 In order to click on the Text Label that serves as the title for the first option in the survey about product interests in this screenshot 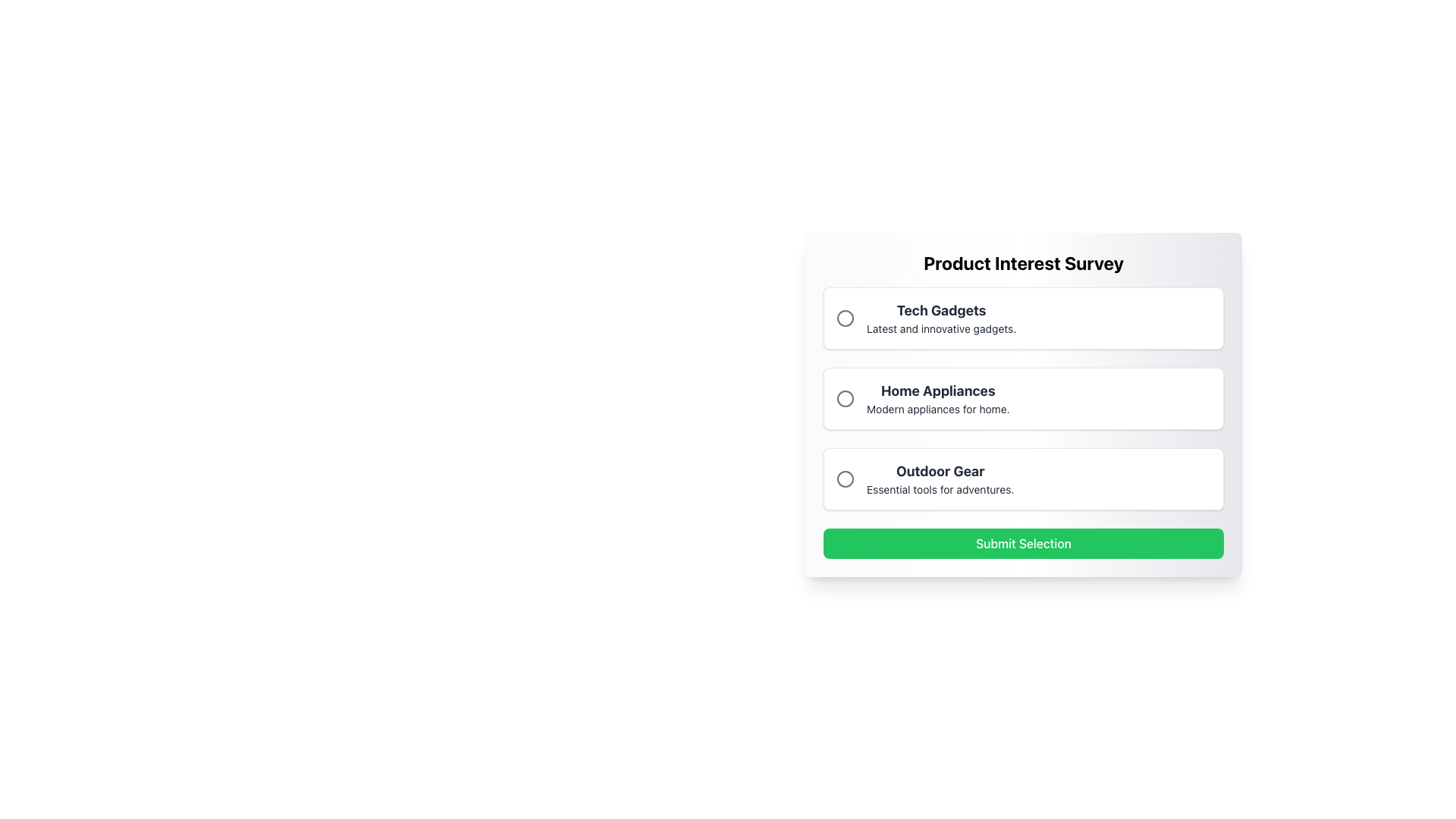, I will do `click(940, 309)`.